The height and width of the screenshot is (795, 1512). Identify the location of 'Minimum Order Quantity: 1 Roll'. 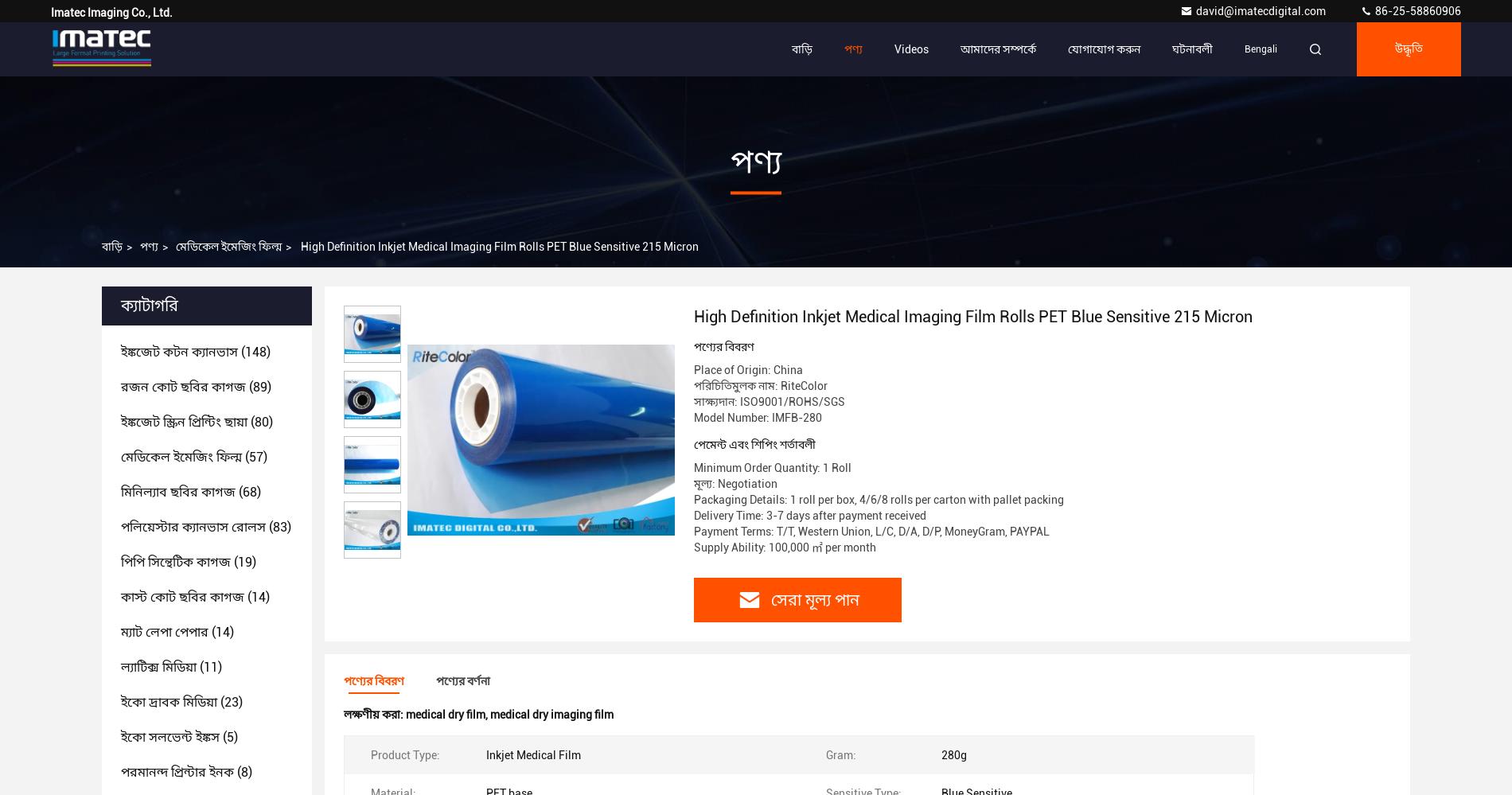
(773, 468).